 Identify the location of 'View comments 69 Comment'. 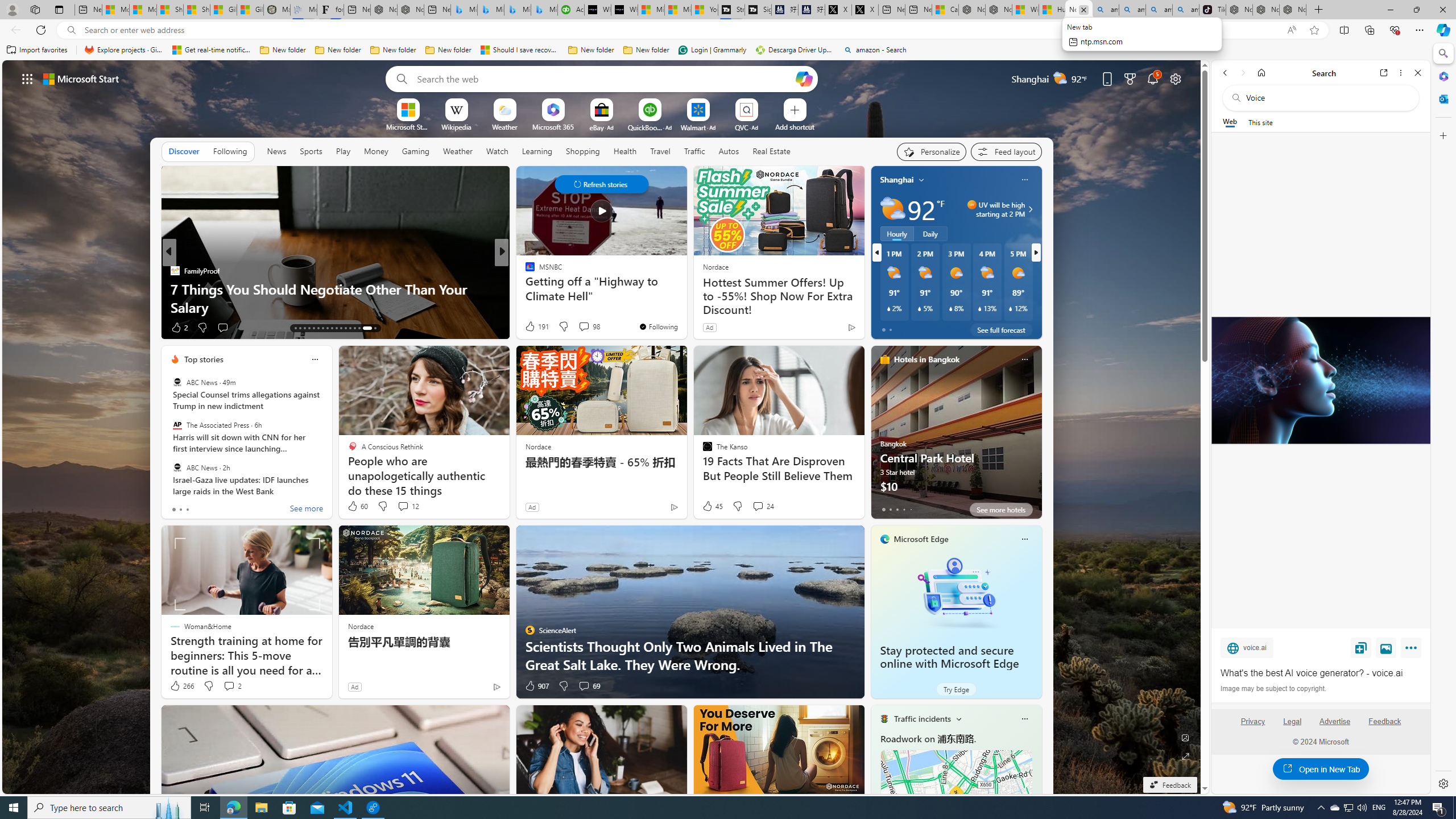
(584, 686).